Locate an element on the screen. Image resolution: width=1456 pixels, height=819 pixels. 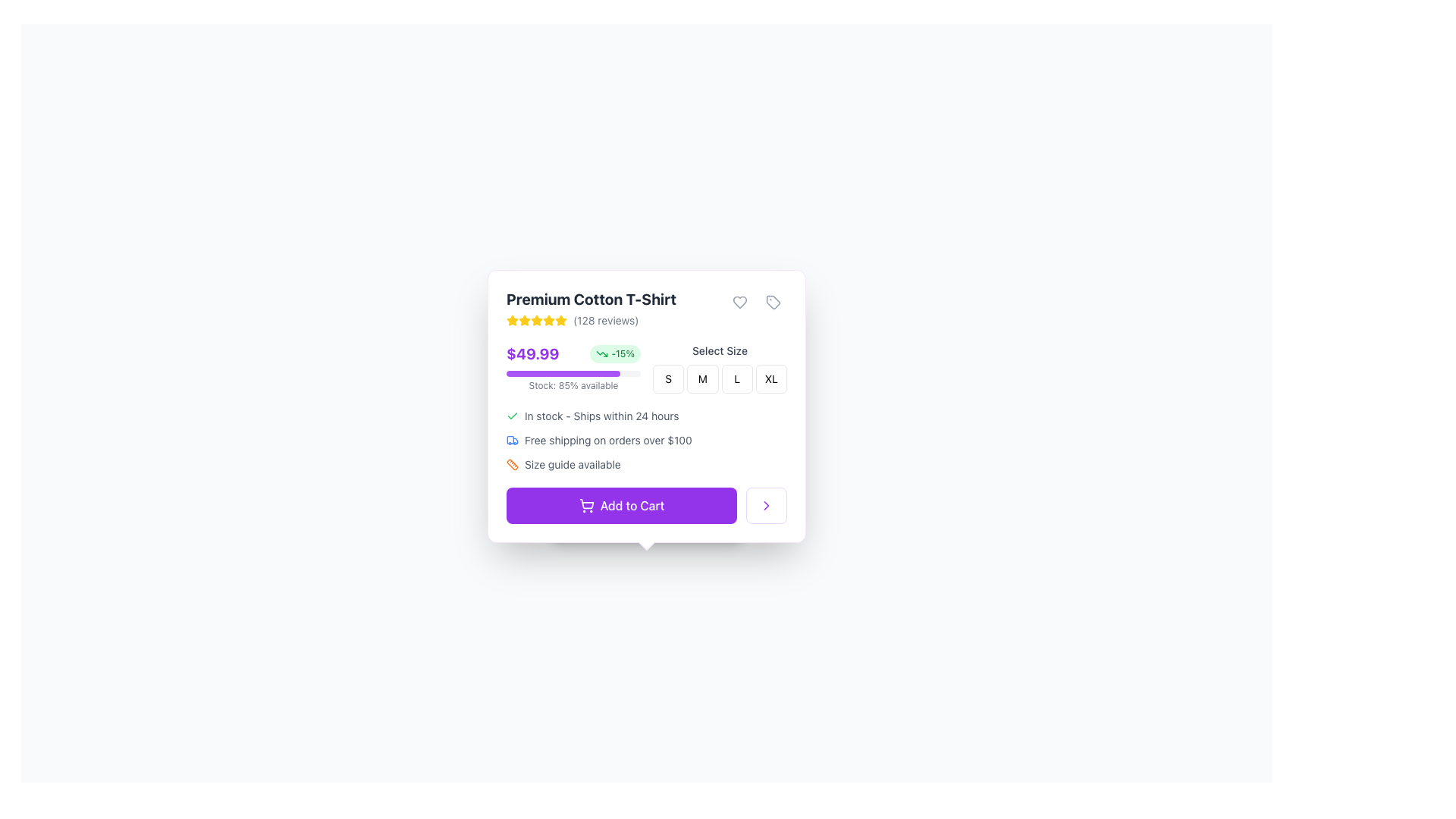
the discount badge indicating a 15% off on the product, located at the top-right corner of the card layout next to the price component is located at coordinates (615, 353).